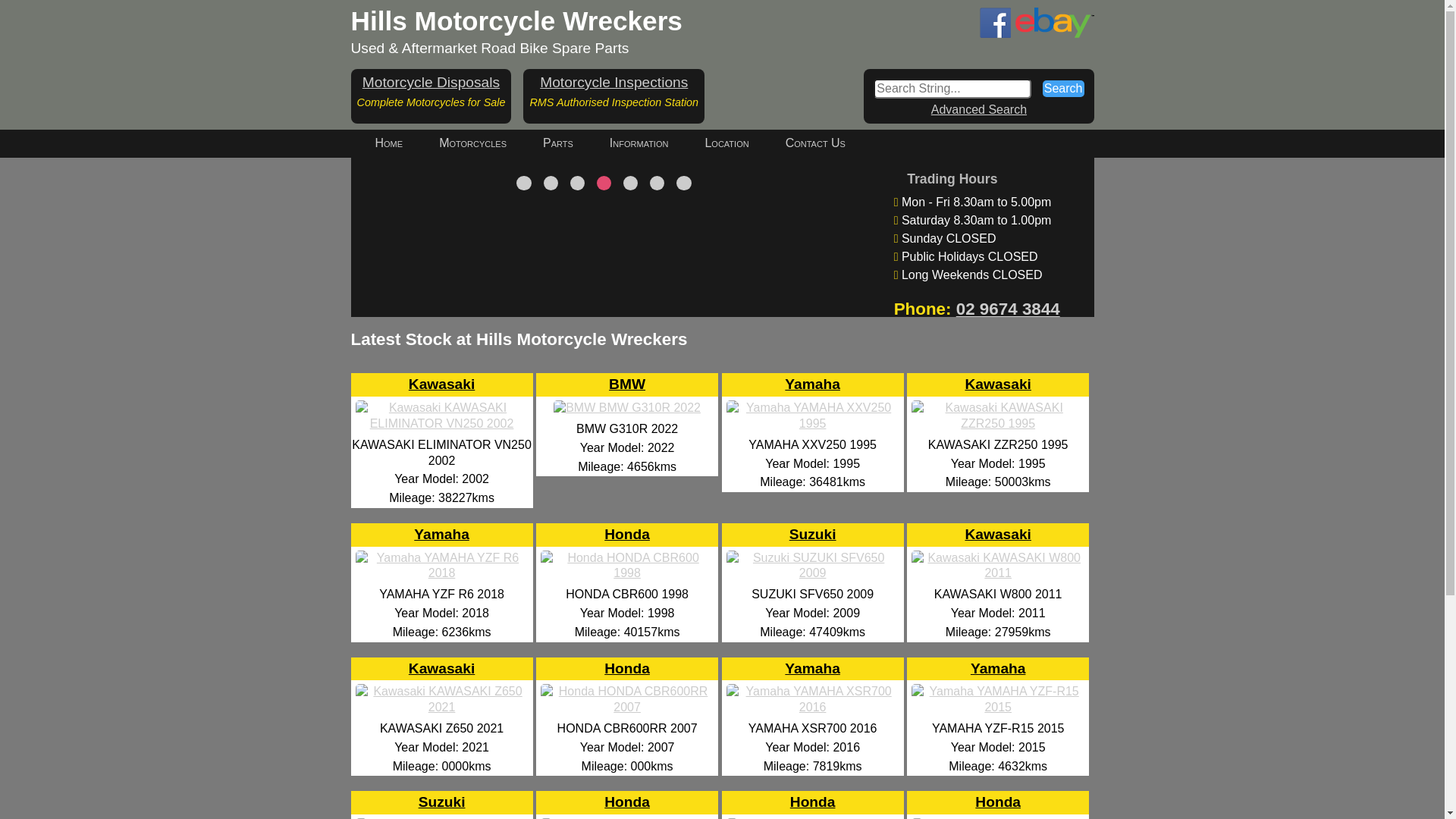 This screenshot has width=1456, height=819. What do you see at coordinates (613, 82) in the screenshot?
I see `'Motorcycle Inspections'` at bounding box center [613, 82].